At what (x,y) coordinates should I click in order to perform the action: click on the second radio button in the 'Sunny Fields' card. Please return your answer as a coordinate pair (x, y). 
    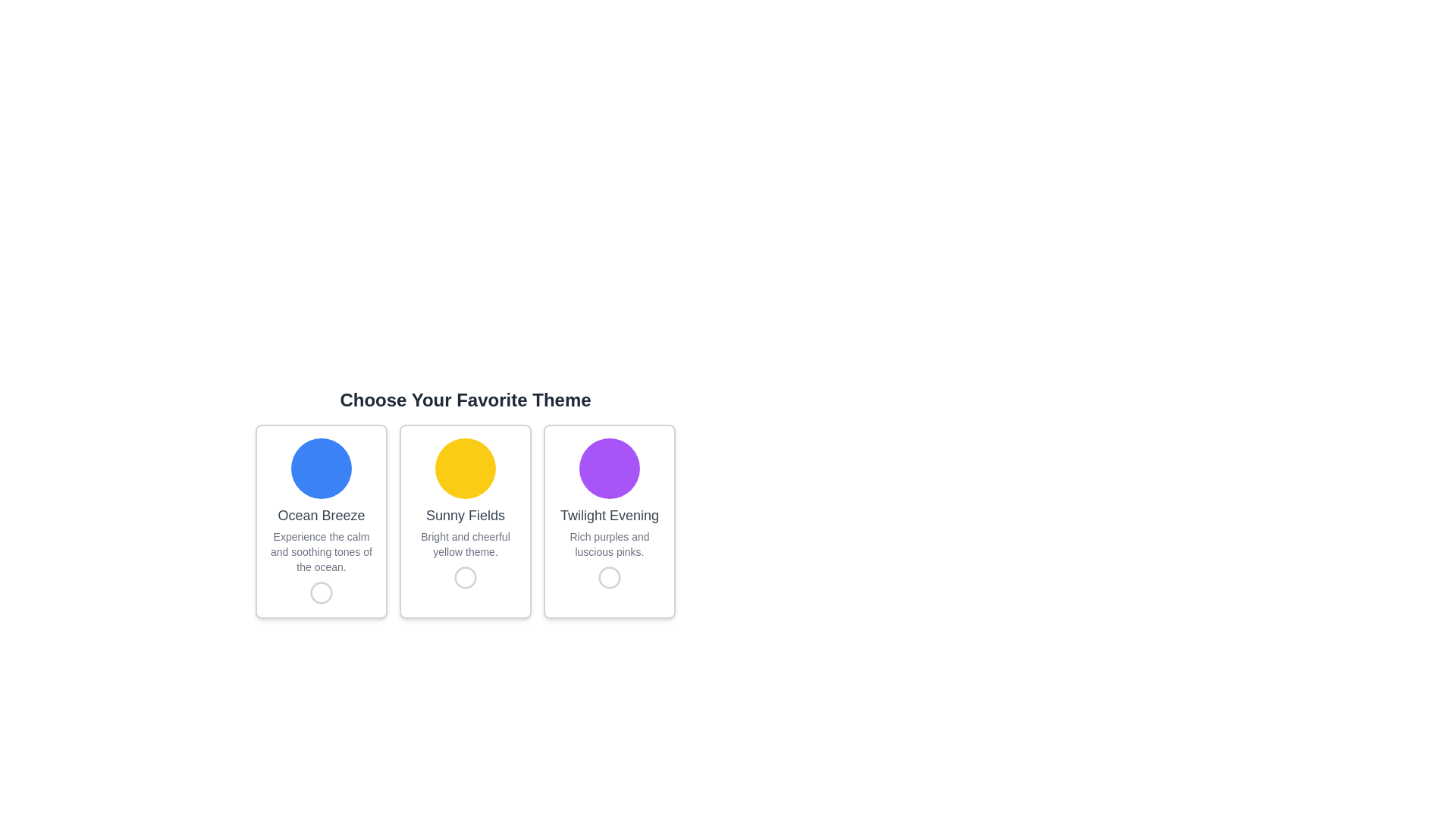
    Looking at the image, I should click on (465, 578).